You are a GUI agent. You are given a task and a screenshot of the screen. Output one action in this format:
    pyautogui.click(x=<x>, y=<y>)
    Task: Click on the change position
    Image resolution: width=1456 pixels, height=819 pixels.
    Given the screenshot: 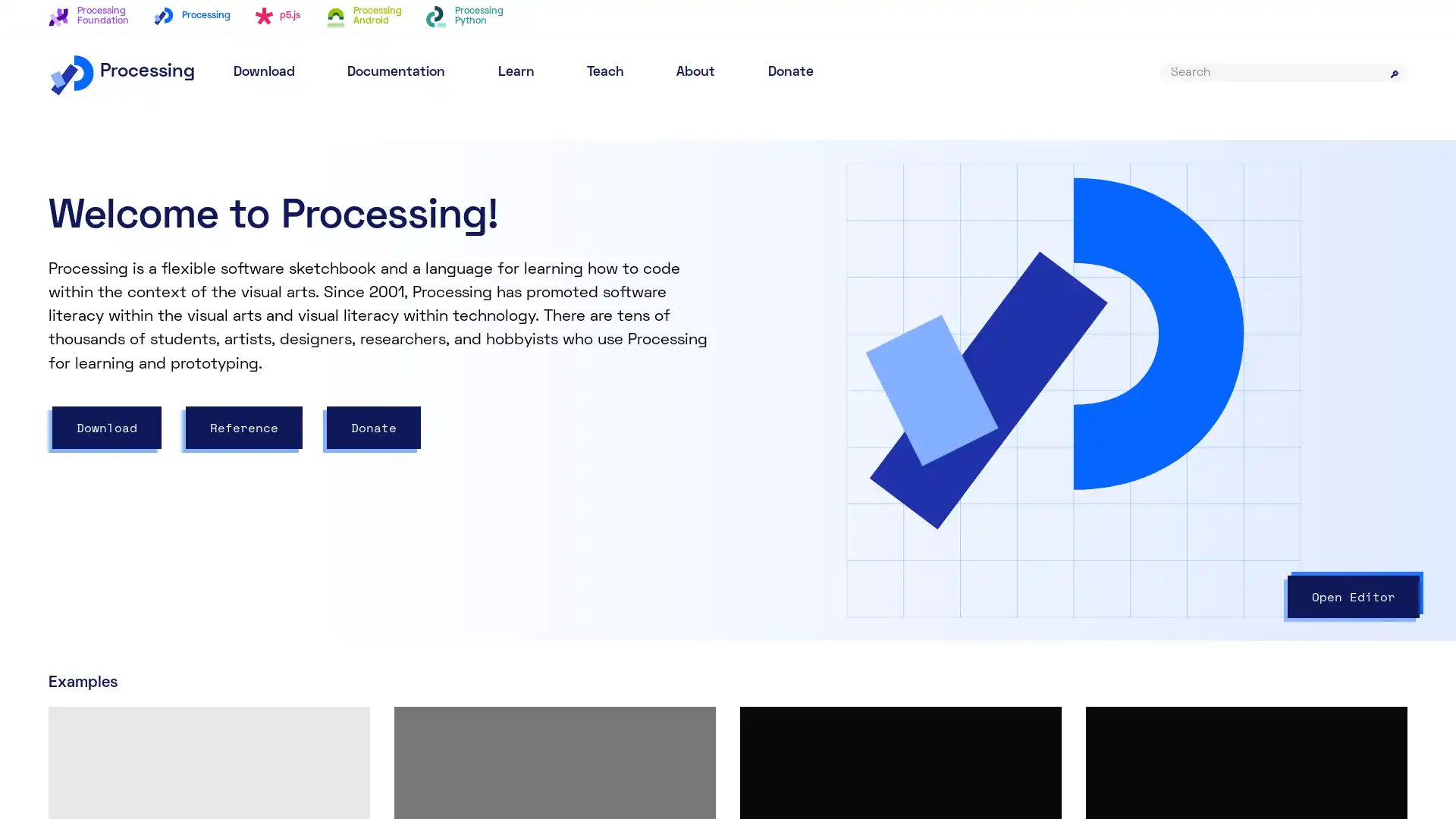 What is the action you would take?
    pyautogui.click(x=857, y=467)
    